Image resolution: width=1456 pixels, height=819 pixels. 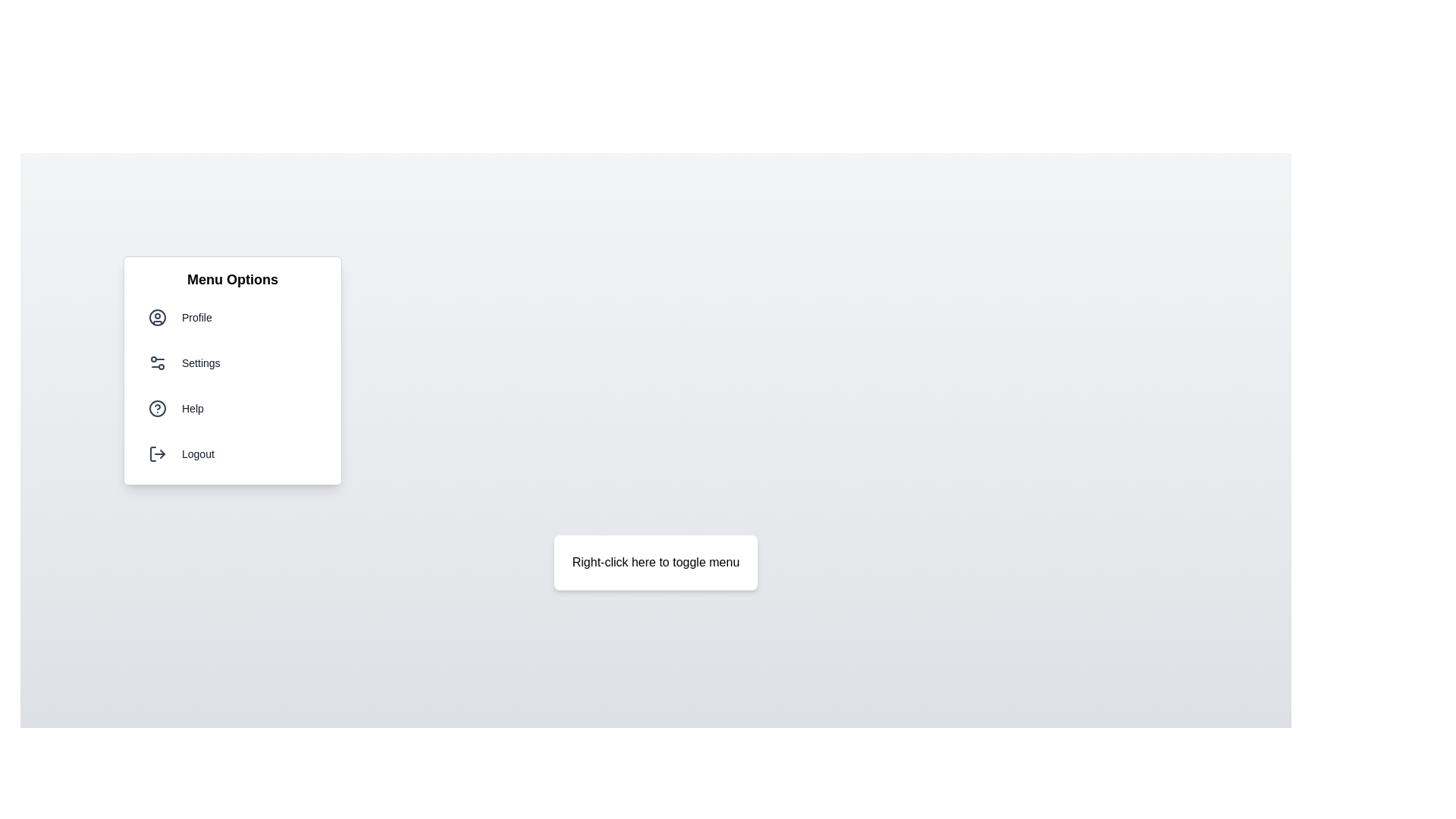 What do you see at coordinates (232, 453) in the screenshot?
I see `the menu item Logout to highlight it` at bounding box center [232, 453].